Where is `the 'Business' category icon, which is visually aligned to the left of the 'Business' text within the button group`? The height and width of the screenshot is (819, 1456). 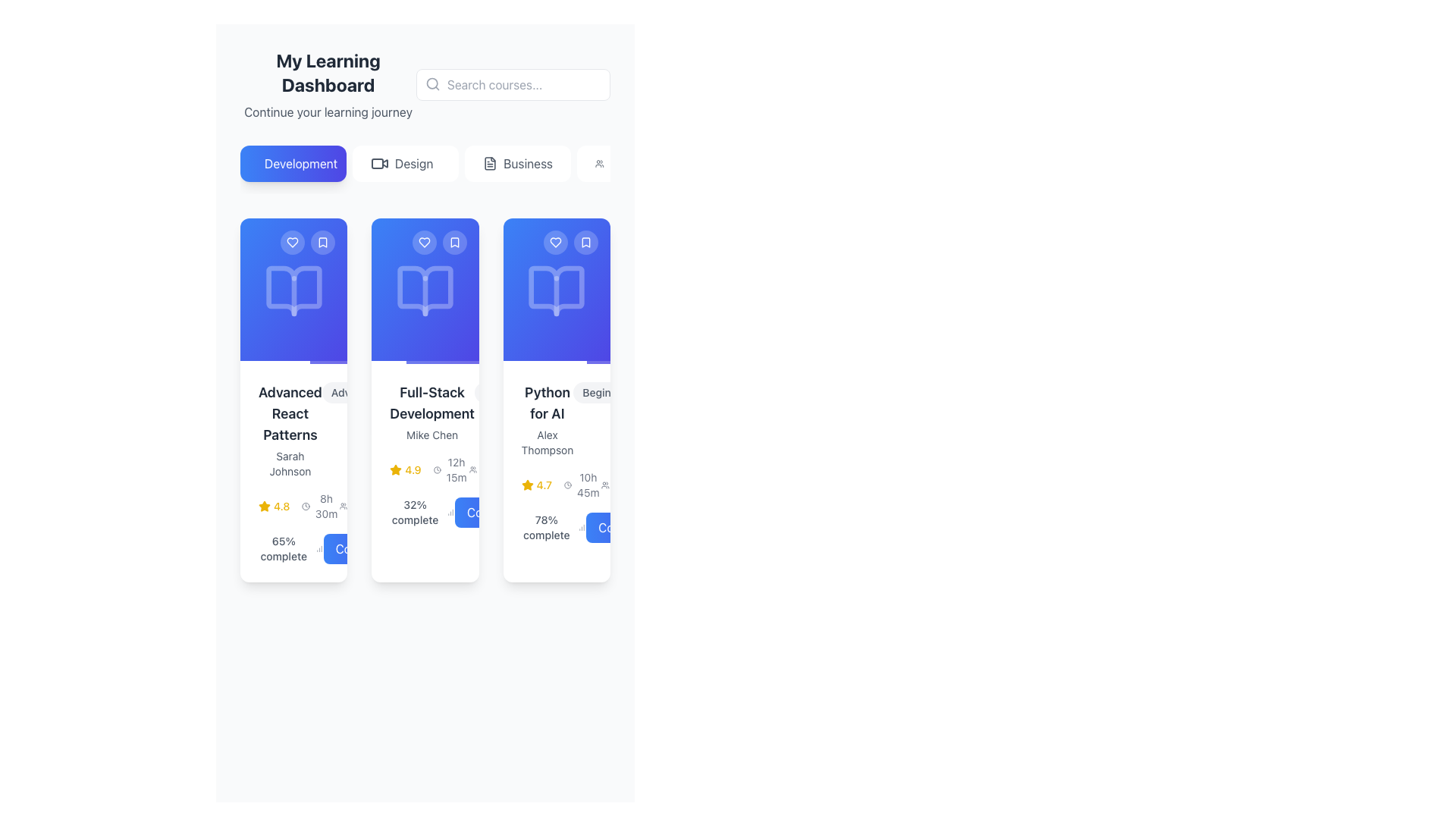 the 'Business' category icon, which is visually aligned to the left of the 'Business' text within the button group is located at coordinates (490, 164).